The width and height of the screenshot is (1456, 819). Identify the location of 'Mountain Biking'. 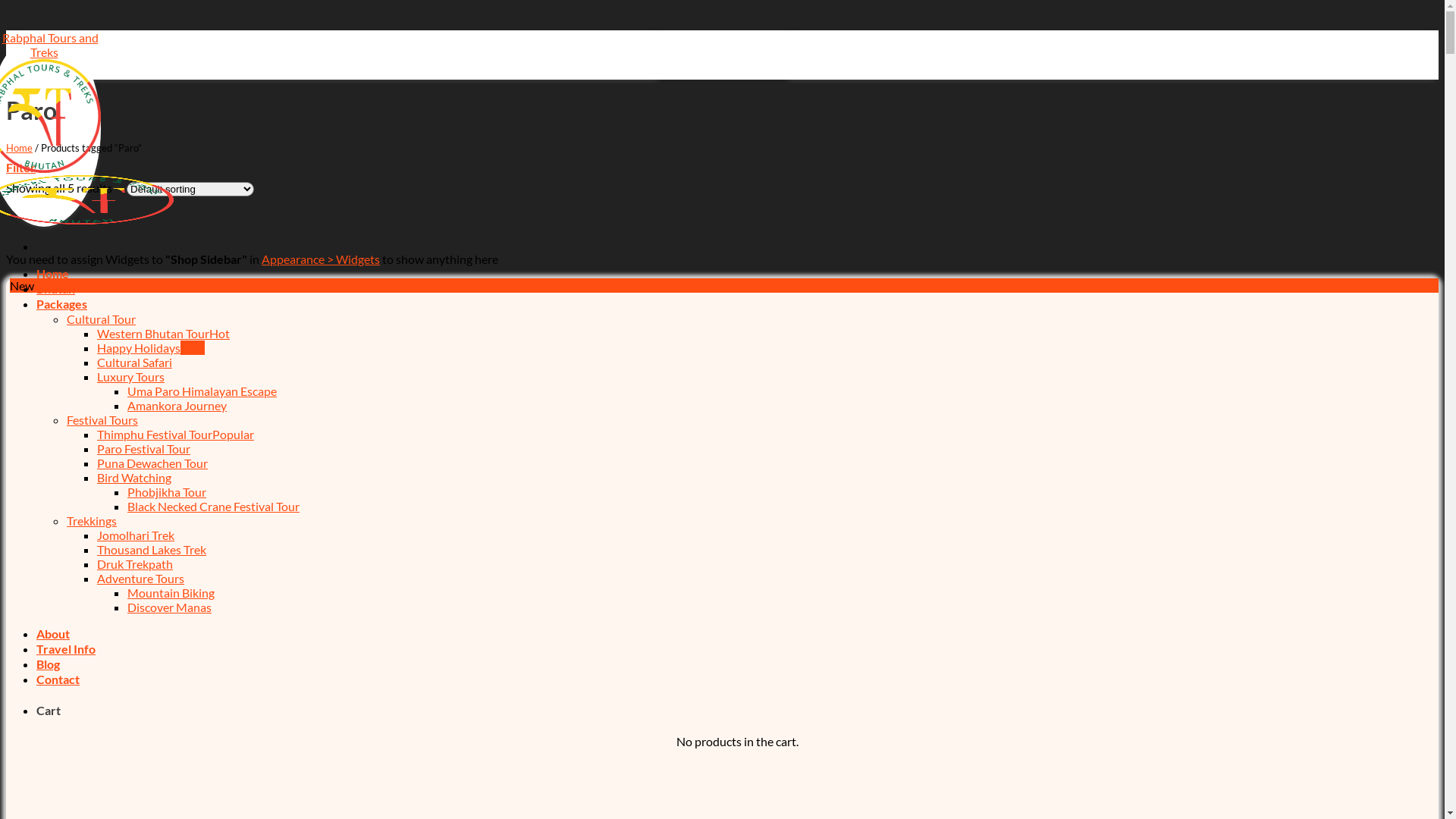
(171, 591).